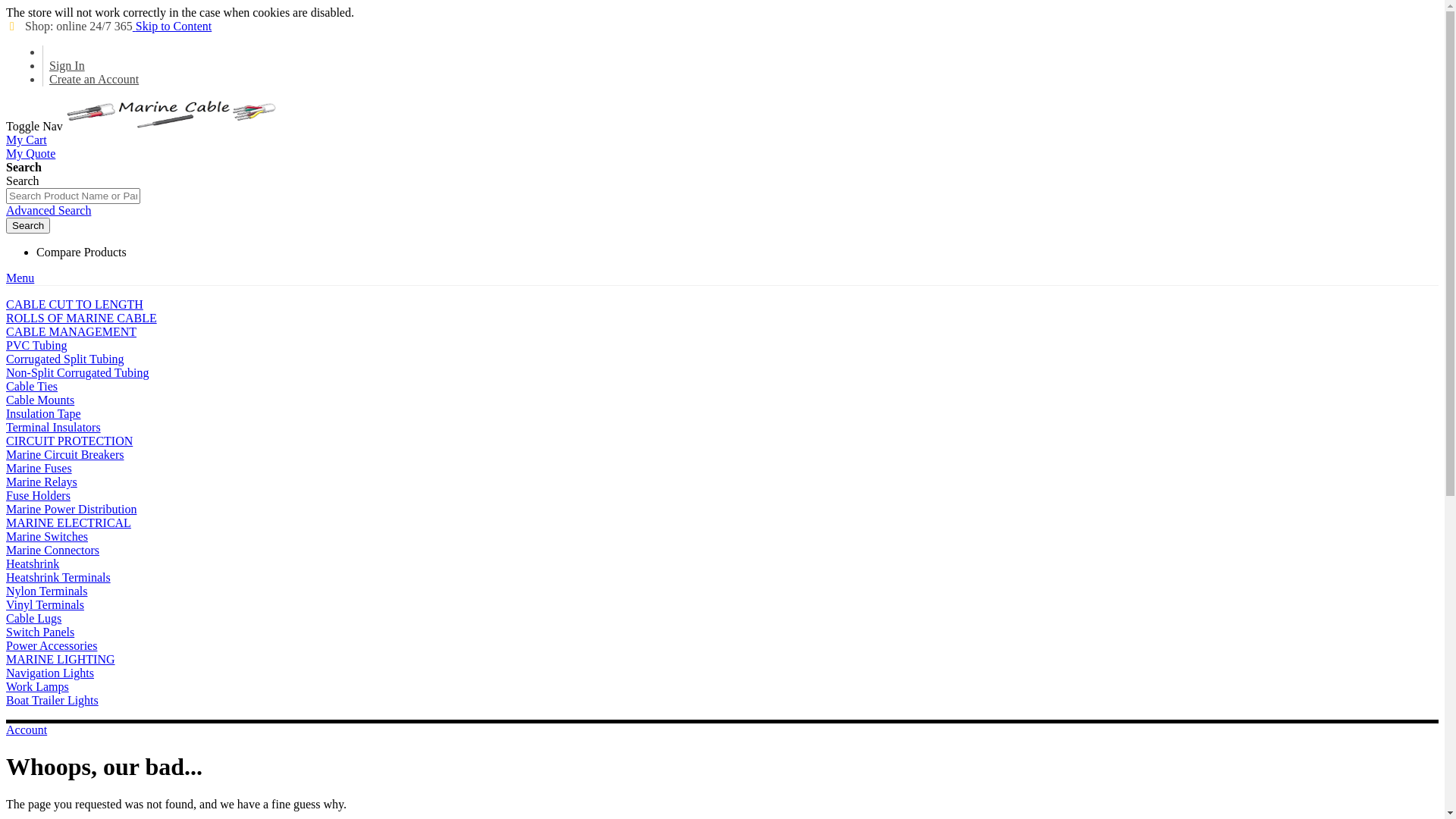 The height and width of the screenshot is (819, 1456). I want to click on 'Marine Connectors', so click(6, 550).